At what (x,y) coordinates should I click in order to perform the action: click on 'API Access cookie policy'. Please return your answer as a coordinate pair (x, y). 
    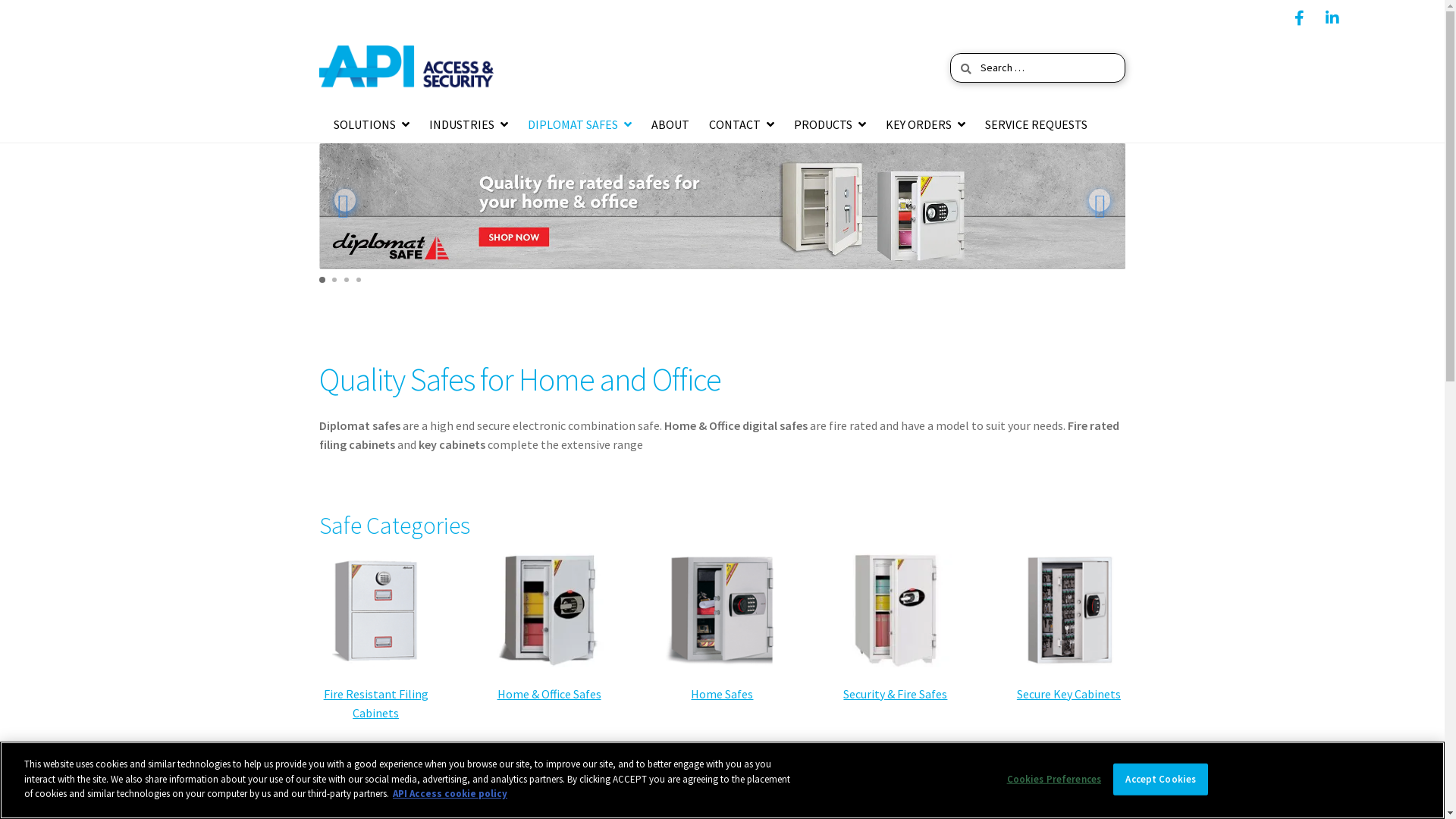
    Looking at the image, I should click on (449, 792).